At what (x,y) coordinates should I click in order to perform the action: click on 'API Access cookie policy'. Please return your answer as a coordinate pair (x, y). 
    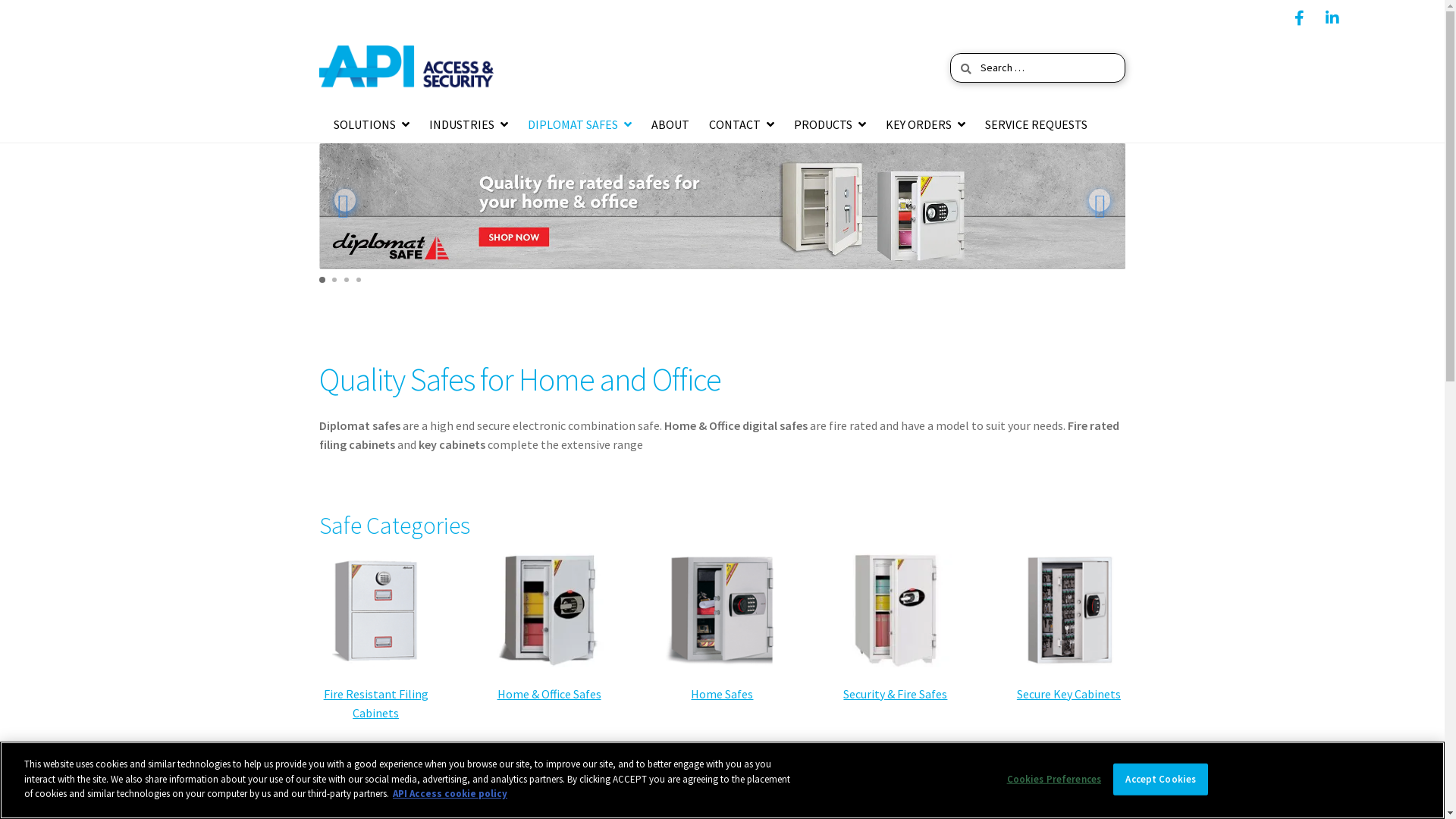
    Looking at the image, I should click on (449, 792).